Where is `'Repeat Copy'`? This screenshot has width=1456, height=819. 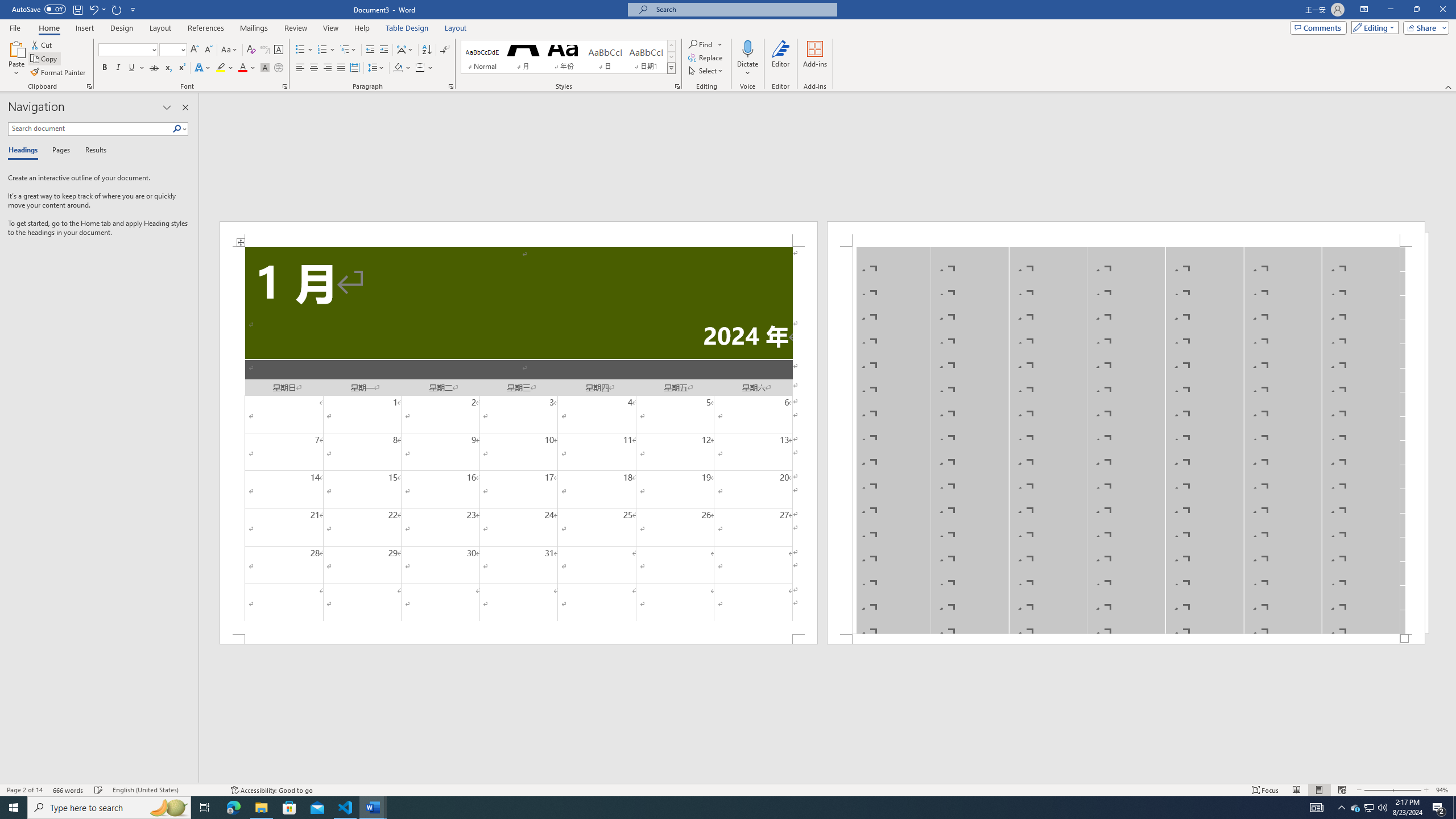 'Repeat Copy' is located at coordinates (117, 9).